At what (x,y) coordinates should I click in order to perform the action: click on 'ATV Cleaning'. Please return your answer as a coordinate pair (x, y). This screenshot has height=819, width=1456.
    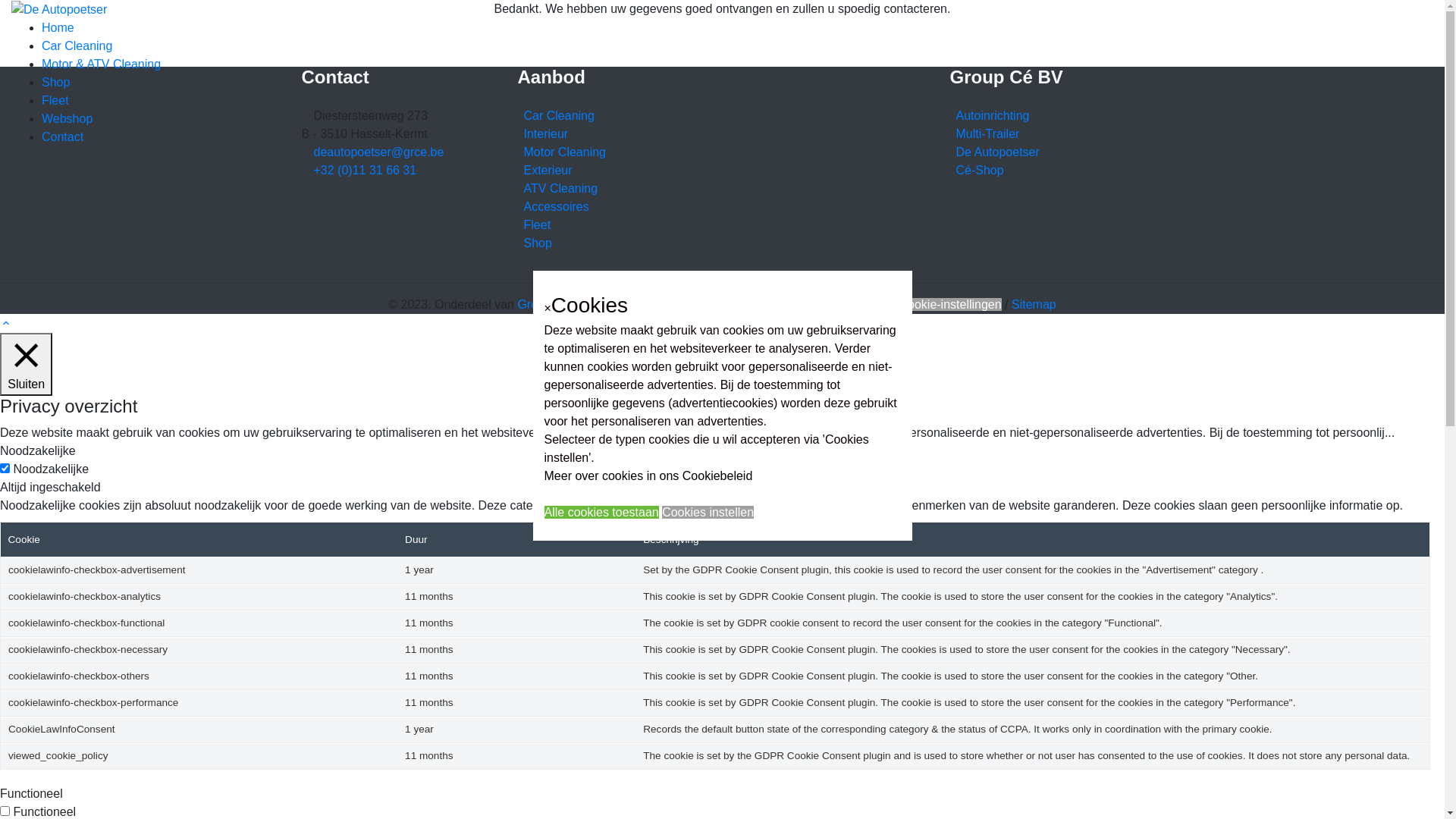
    Looking at the image, I should click on (556, 187).